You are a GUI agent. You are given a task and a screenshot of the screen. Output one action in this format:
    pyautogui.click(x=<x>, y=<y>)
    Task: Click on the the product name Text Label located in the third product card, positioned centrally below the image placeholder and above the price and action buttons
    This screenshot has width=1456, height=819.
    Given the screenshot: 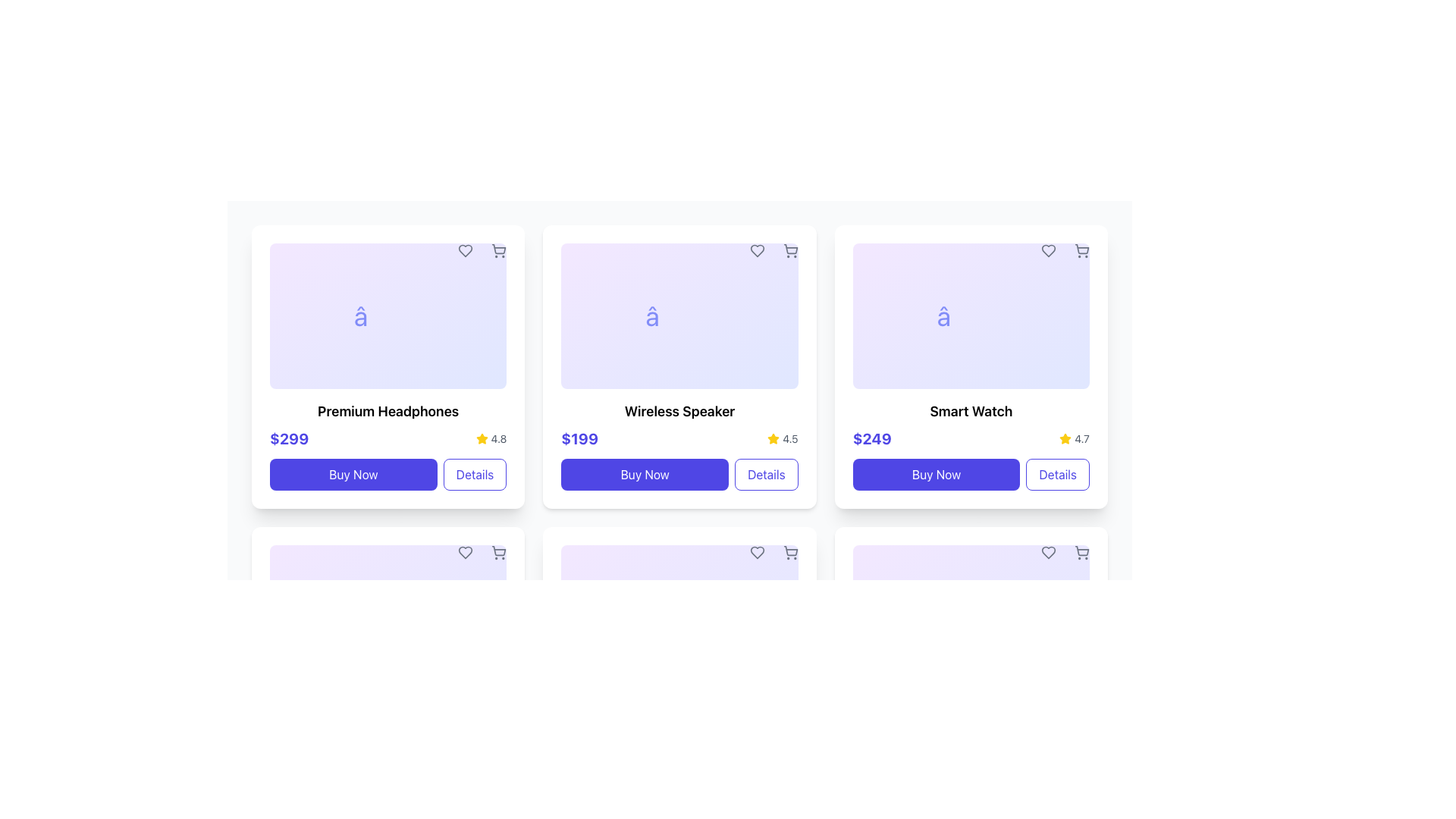 What is the action you would take?
    pyautogui.click(x=971, y=412)
    